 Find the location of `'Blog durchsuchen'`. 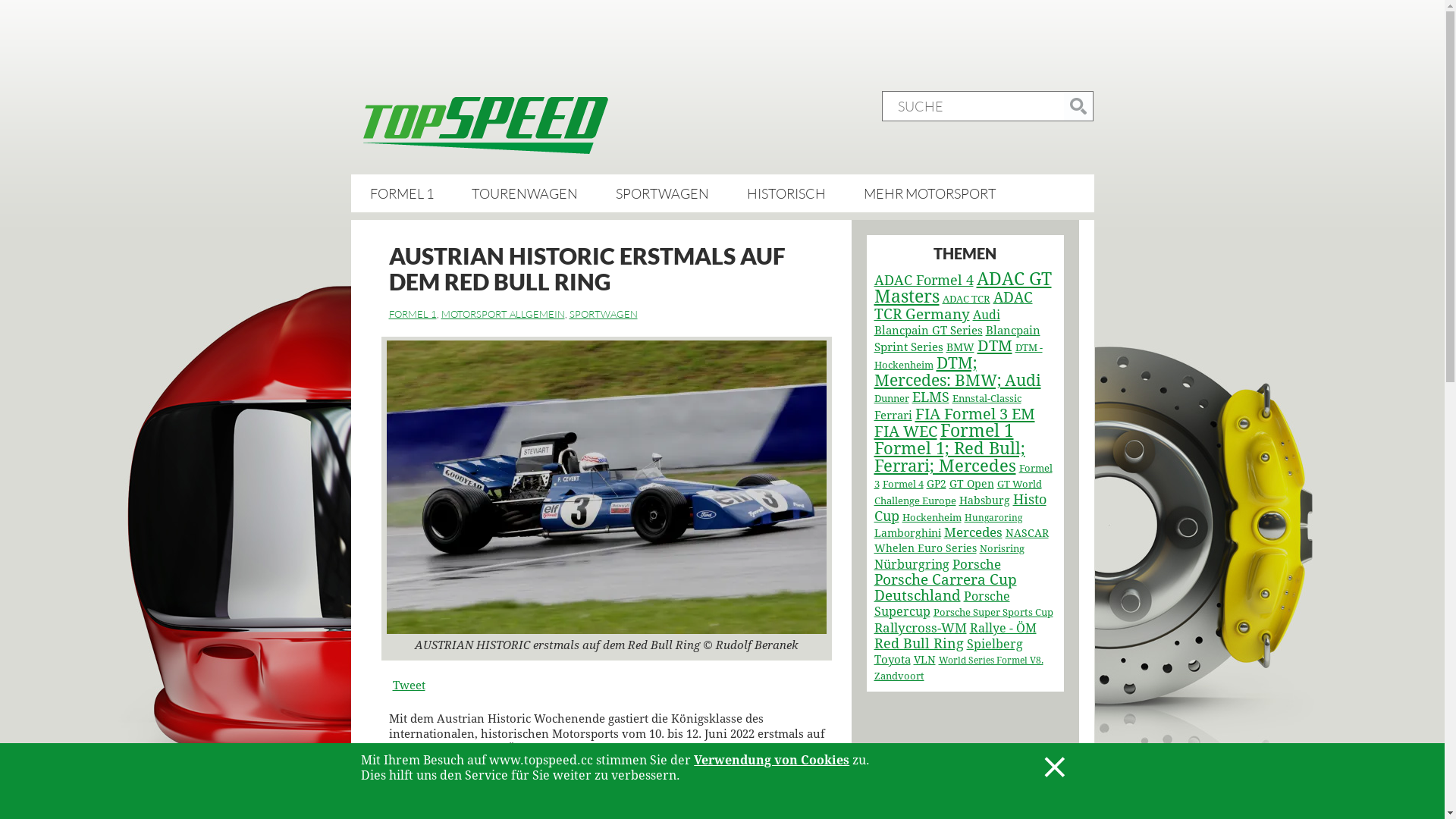

'Blog durchsuchen' is located at coordinates (1077, 105).